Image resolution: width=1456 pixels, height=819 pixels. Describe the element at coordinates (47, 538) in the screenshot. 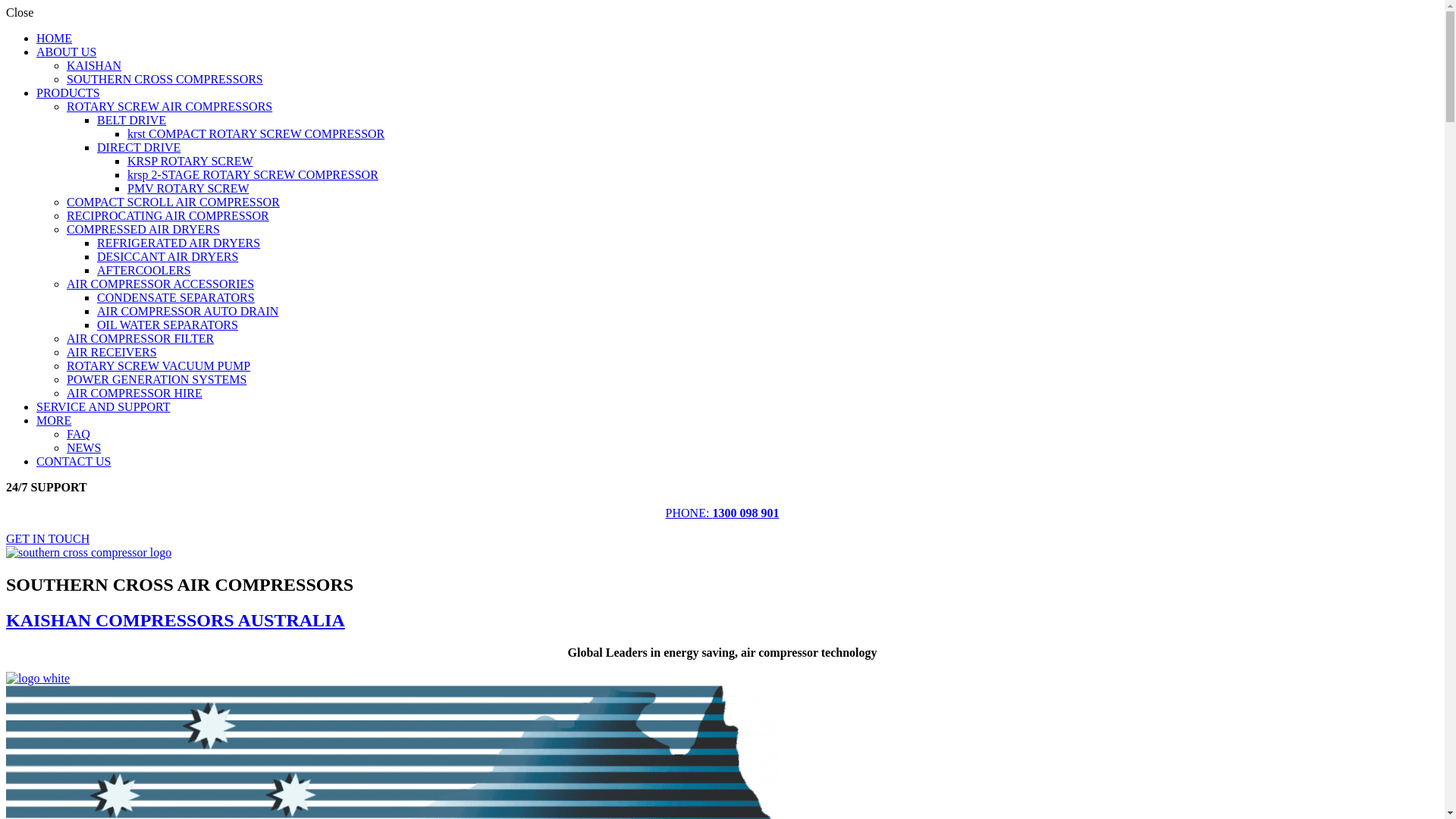

I see `'GET IN TOUCH'` at that location.